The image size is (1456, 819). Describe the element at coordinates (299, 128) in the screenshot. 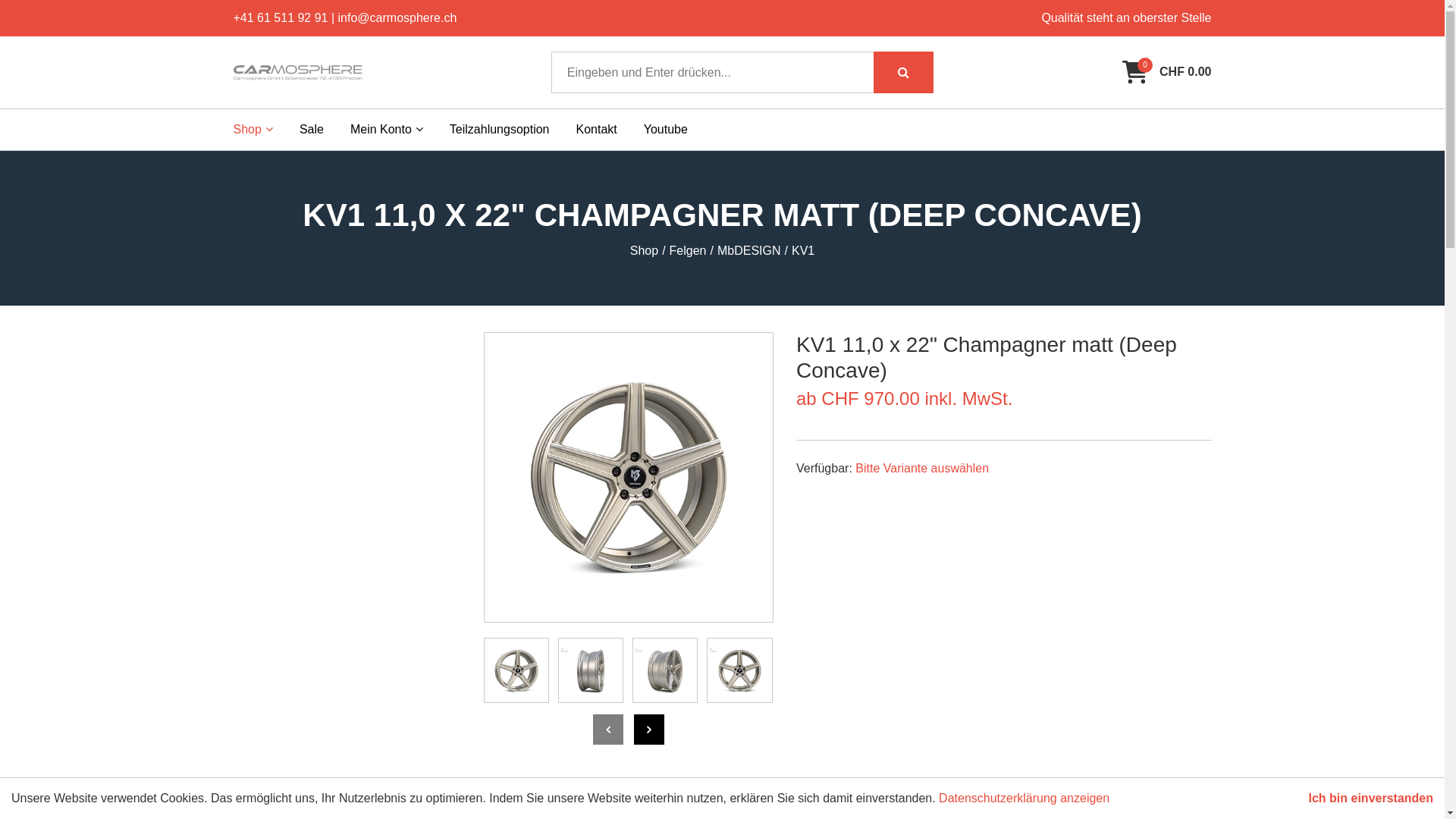

I see `'Sale'` at that location.